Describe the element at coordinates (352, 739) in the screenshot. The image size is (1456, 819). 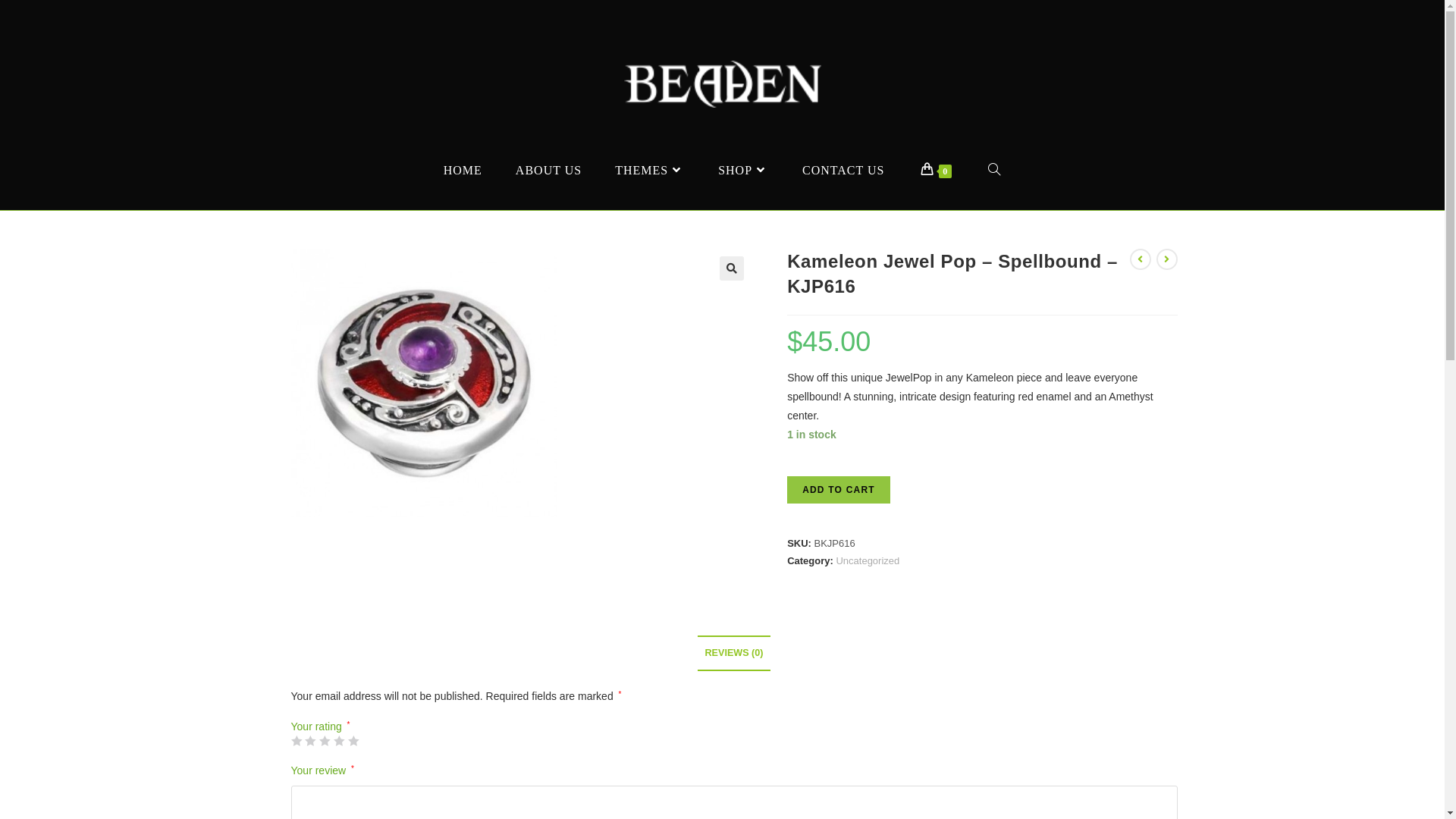
I see `'5'` at that location.